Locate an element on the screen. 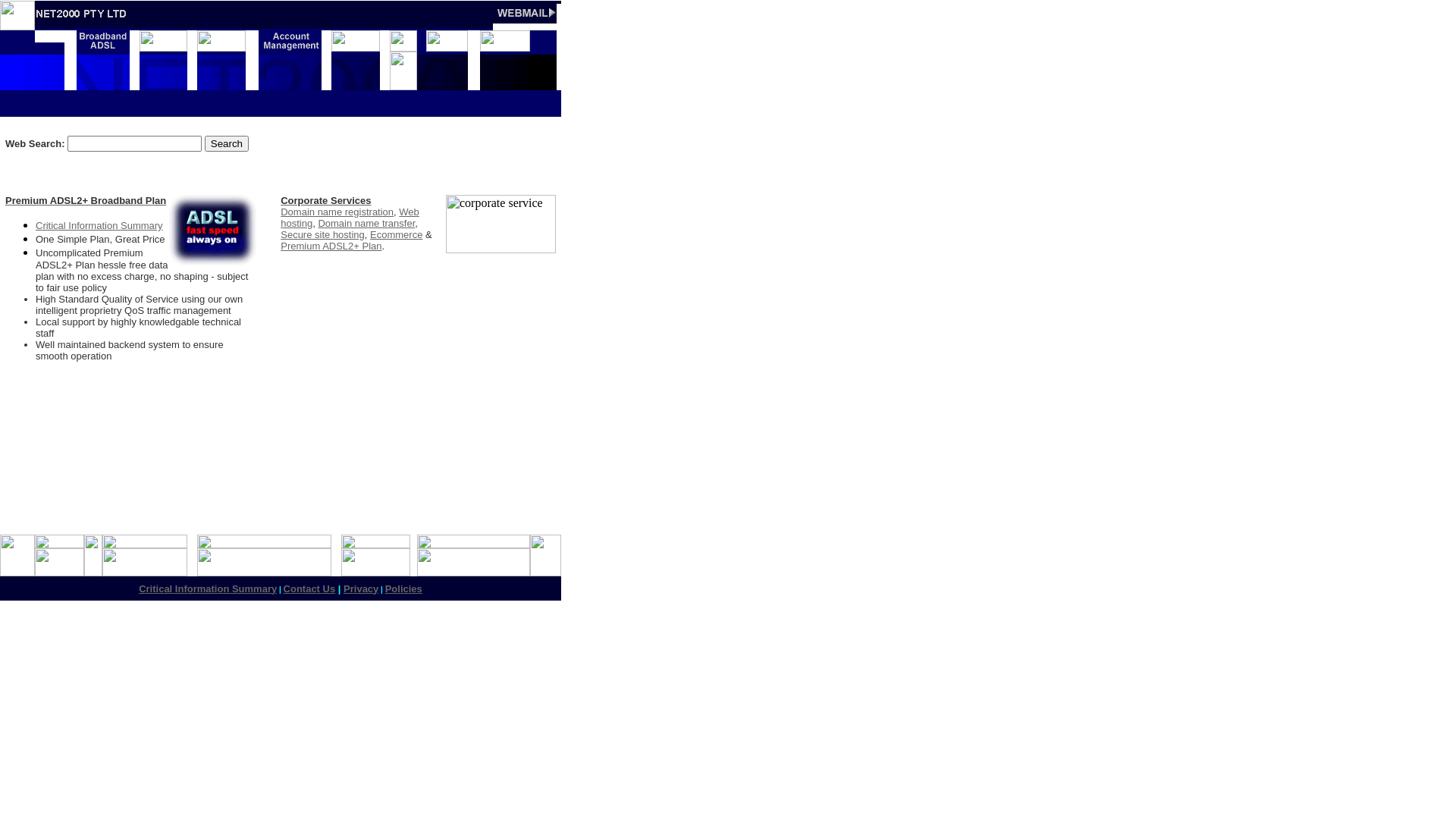  'Domain name registration' is located at coordinates (336, 212).